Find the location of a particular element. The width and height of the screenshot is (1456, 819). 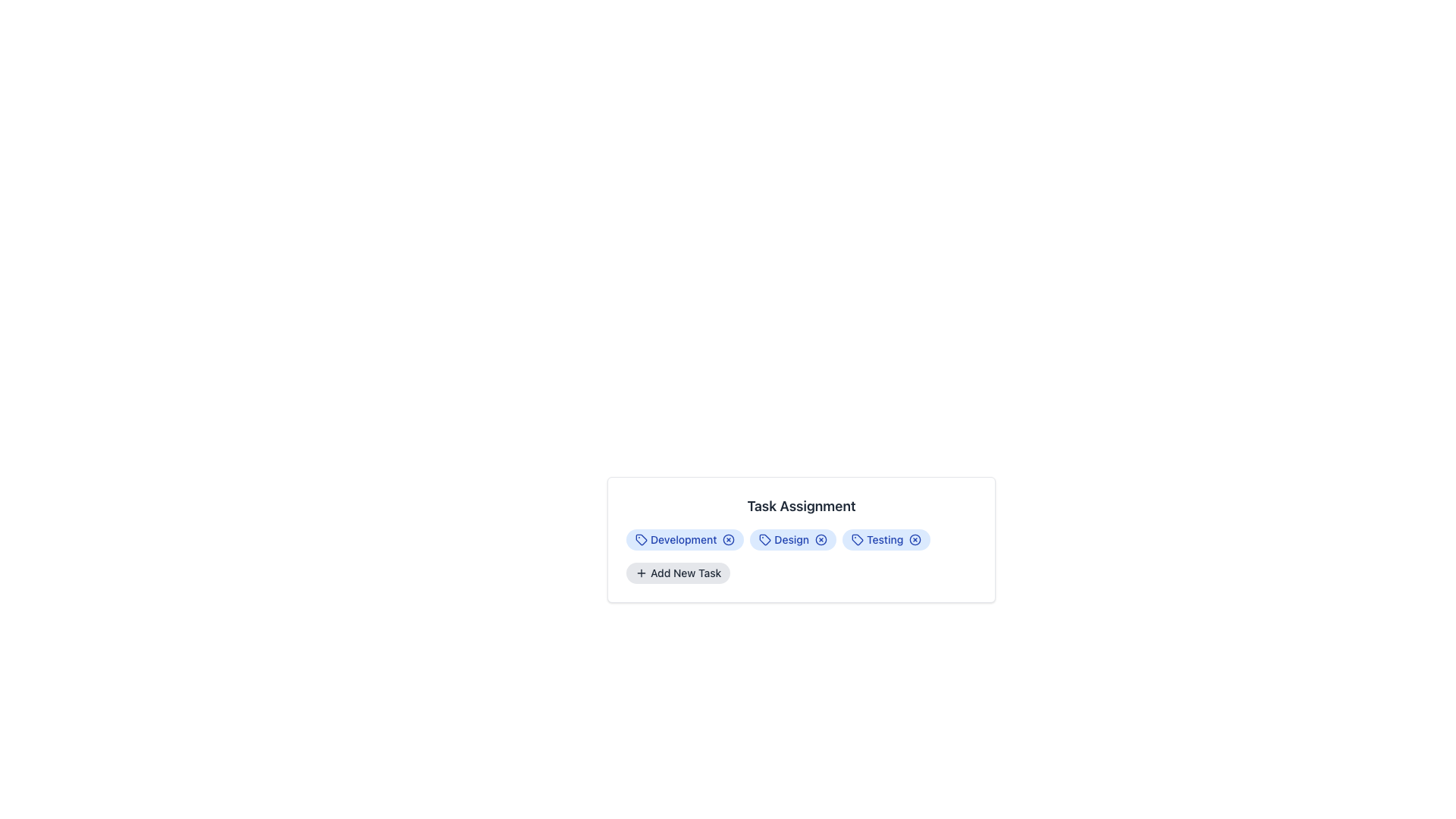

the 'X' button of the 'Design' tag, which is a pill-shaped interactive element located under the 'Task Assignment' heading is located at coordinates (800, 539).